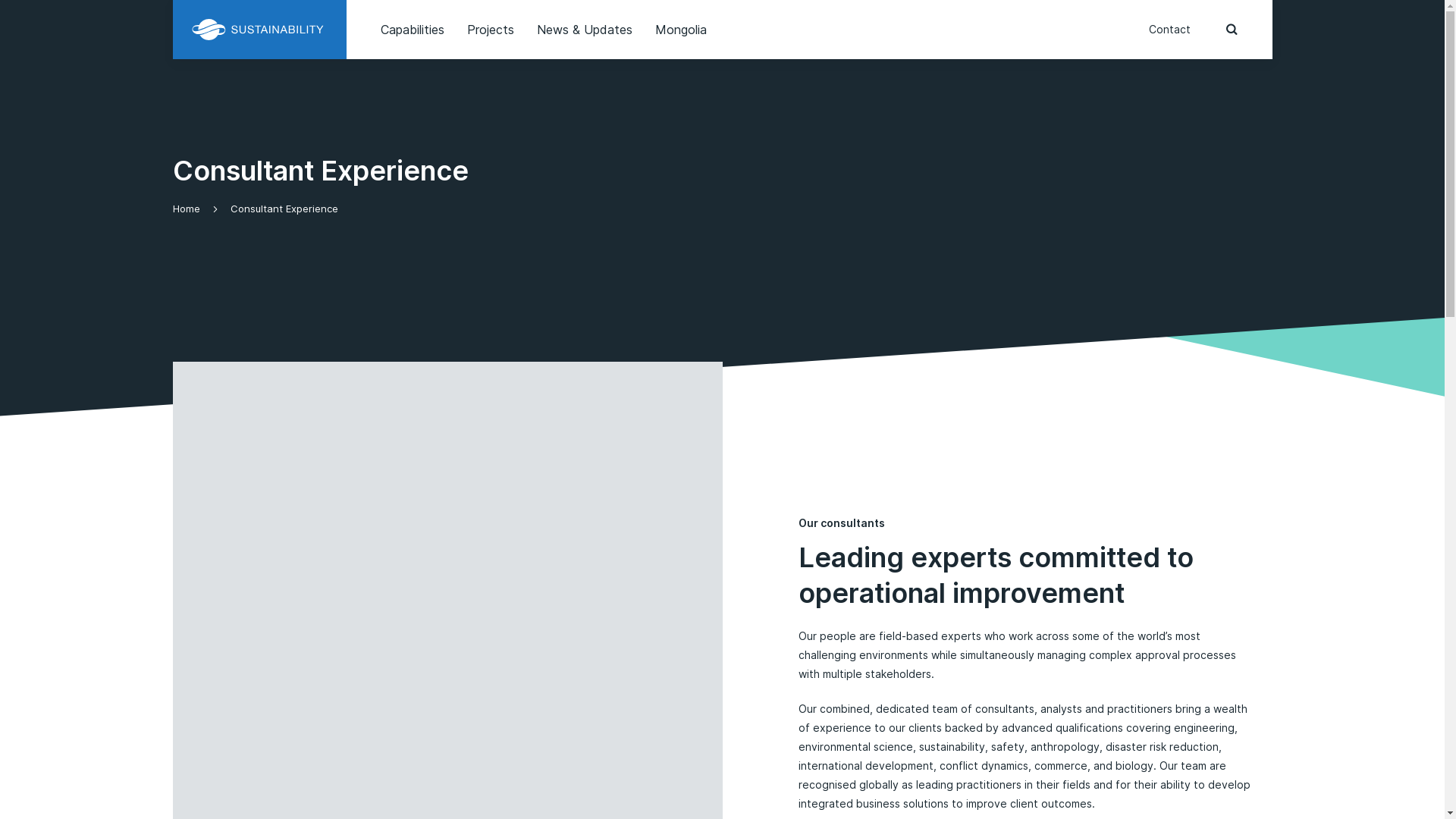  What do you see at coordinates (679, 30) in the screenshot?
I see `'Mongolia'` at bounding box center [679, 30].